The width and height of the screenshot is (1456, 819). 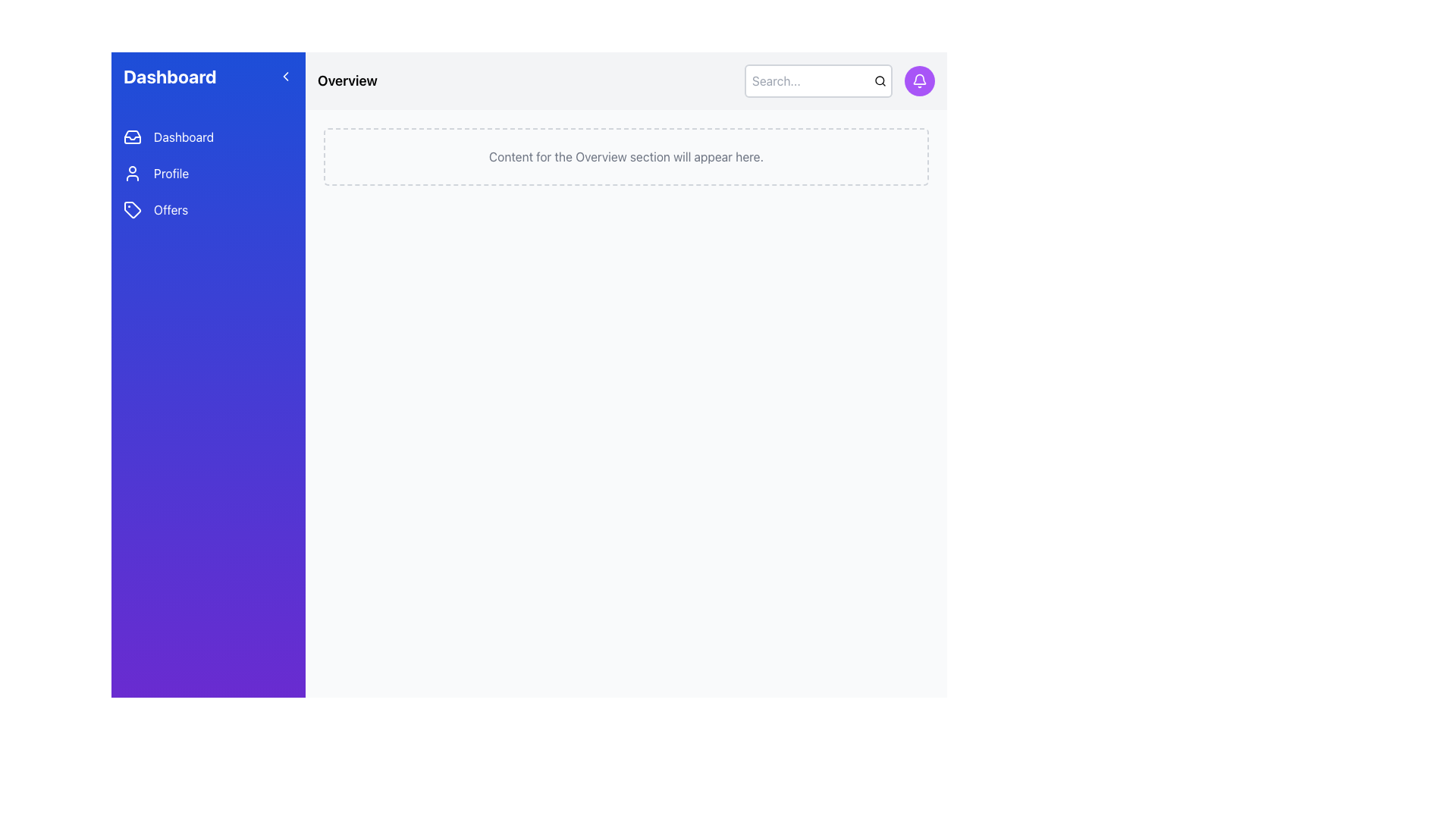 What do you see at coordinates (919, 81) in the screenshot?
I see `the notification button located at the top-right corner of the interface, immediately to the right of the search bar` at bounding box center [919, 81].